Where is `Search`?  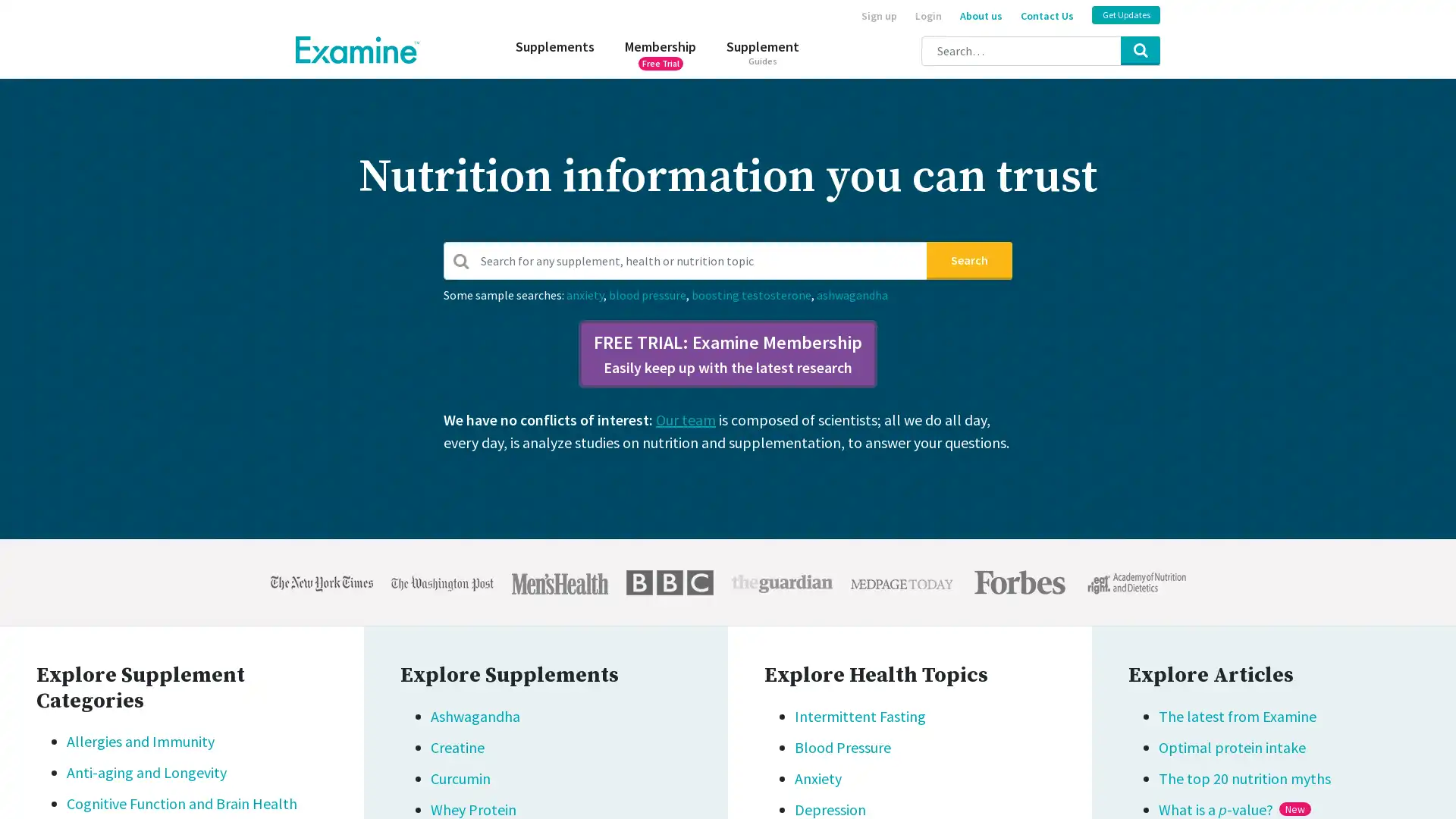
Search is located at coordinates (968, 259).